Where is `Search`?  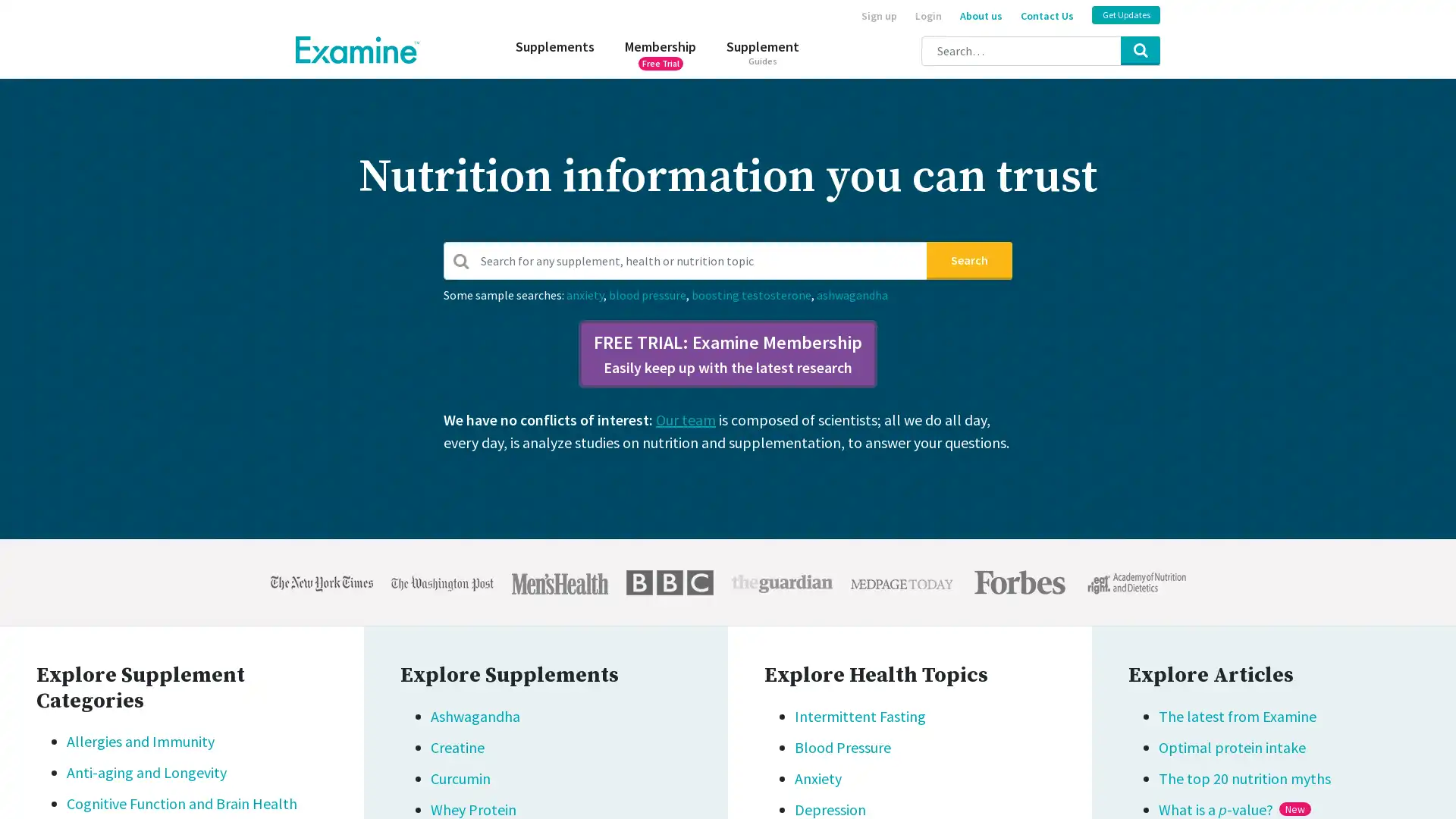
Search is located at coordinates (968, 259).